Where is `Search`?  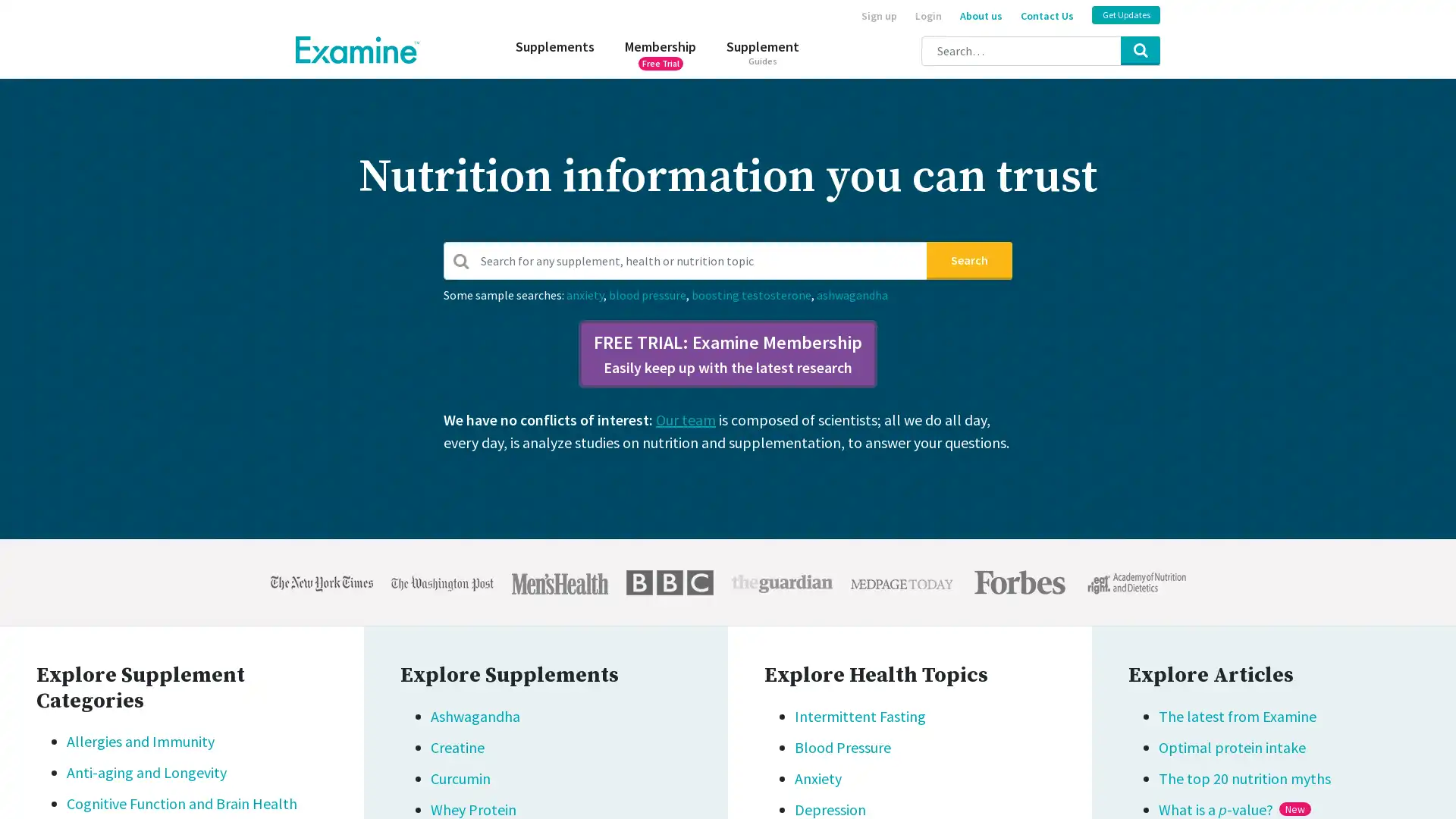
Search is located at coordinates (968, 259).